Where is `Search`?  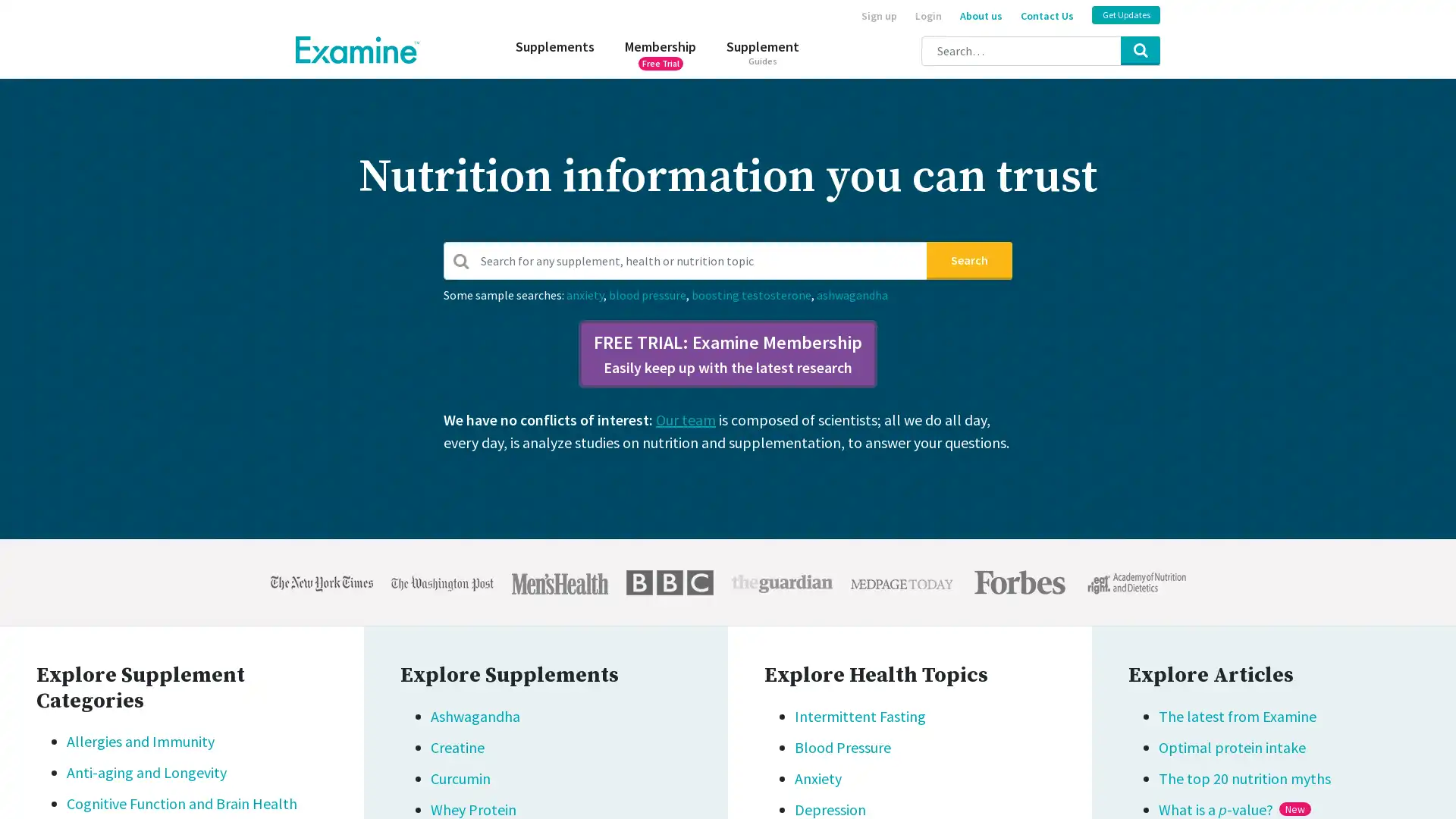
Search is located at coordinates (968, 259).